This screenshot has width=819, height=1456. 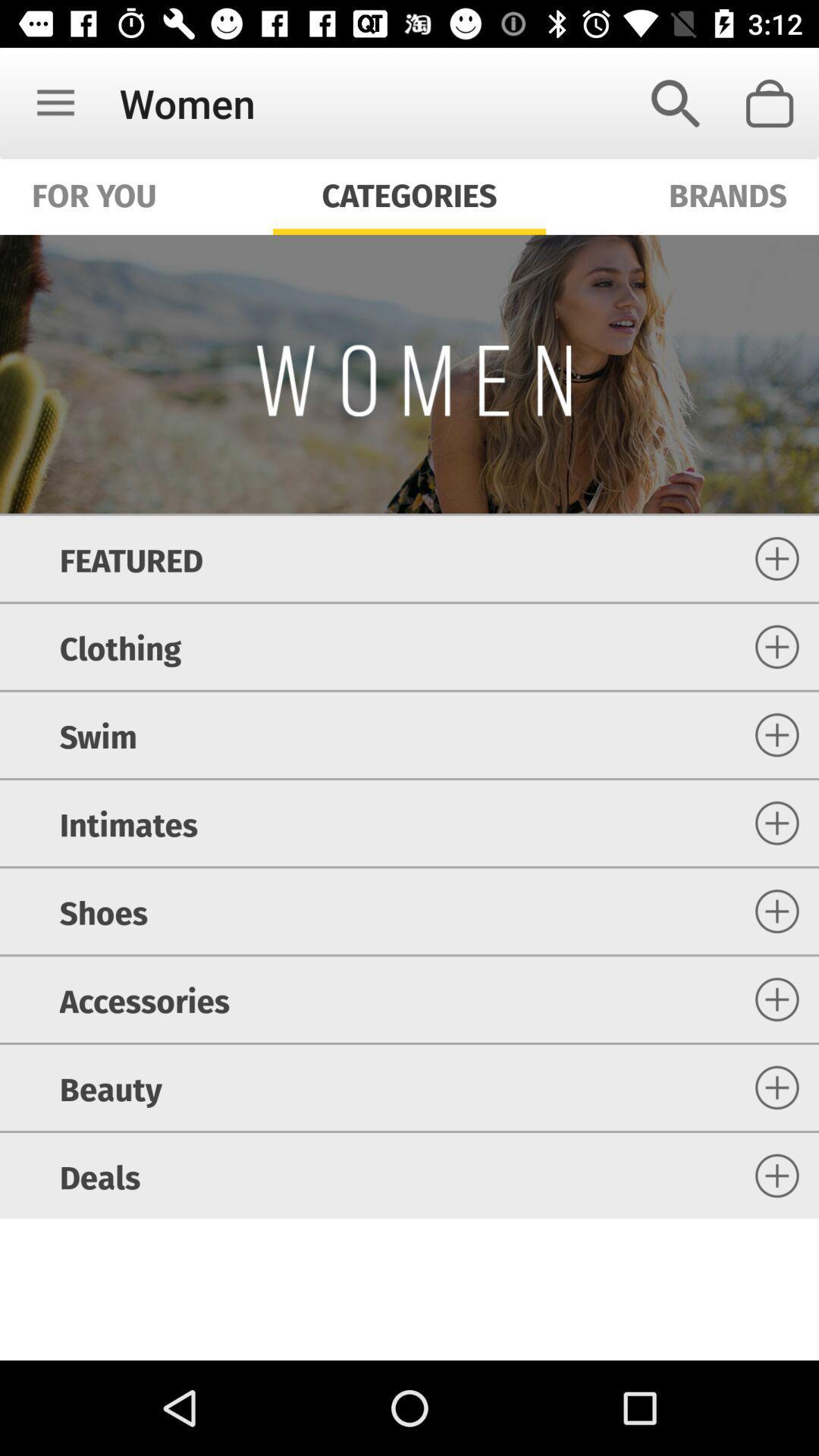 What do you see at coordinates (675, 102) in the screenshot?
I see `the item above brands item` at bounding box center [675, 102].